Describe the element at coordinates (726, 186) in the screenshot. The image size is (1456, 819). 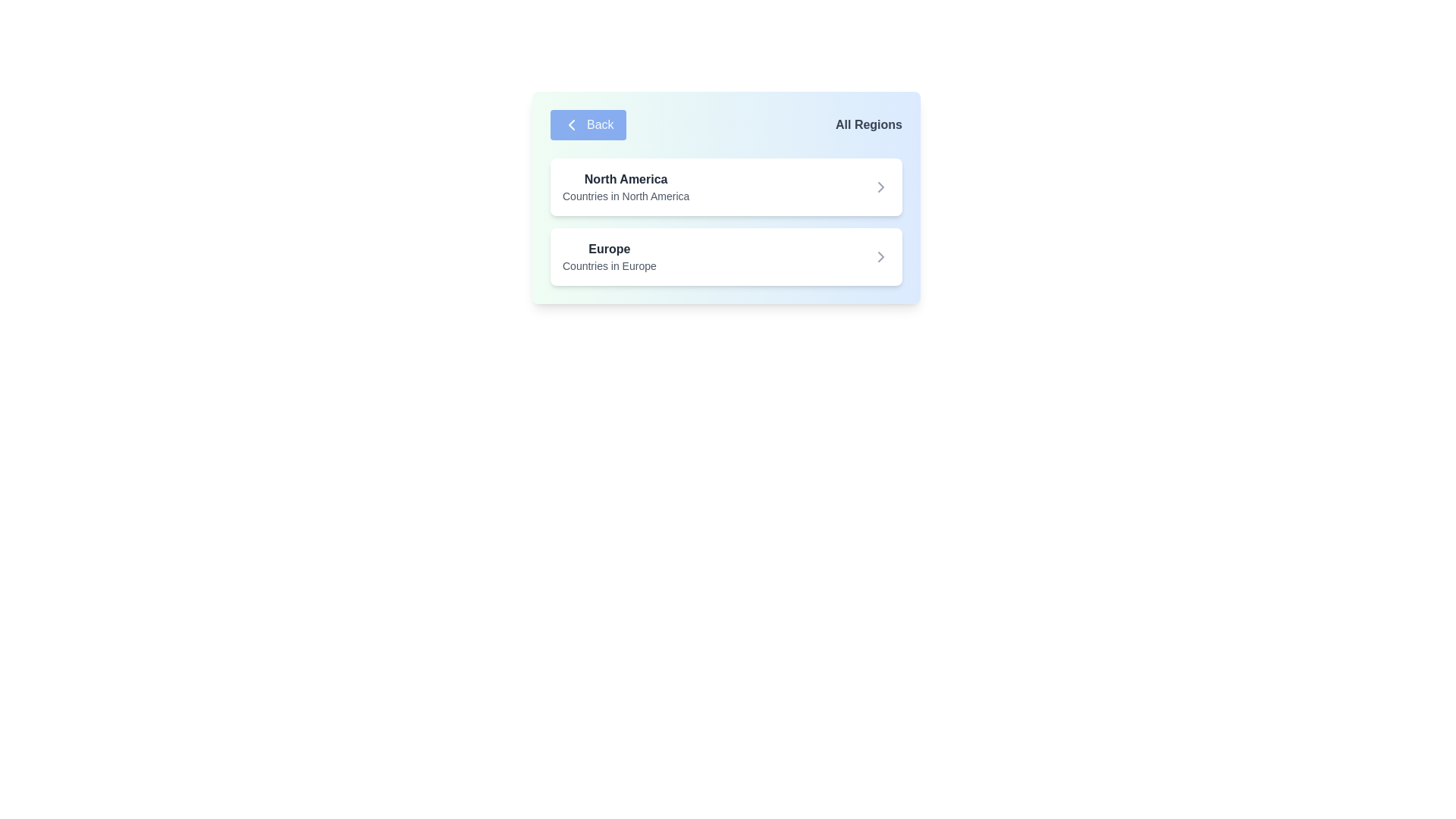
I see `the navigation card for 'North America' located at the top-left corner of the list` at that location.